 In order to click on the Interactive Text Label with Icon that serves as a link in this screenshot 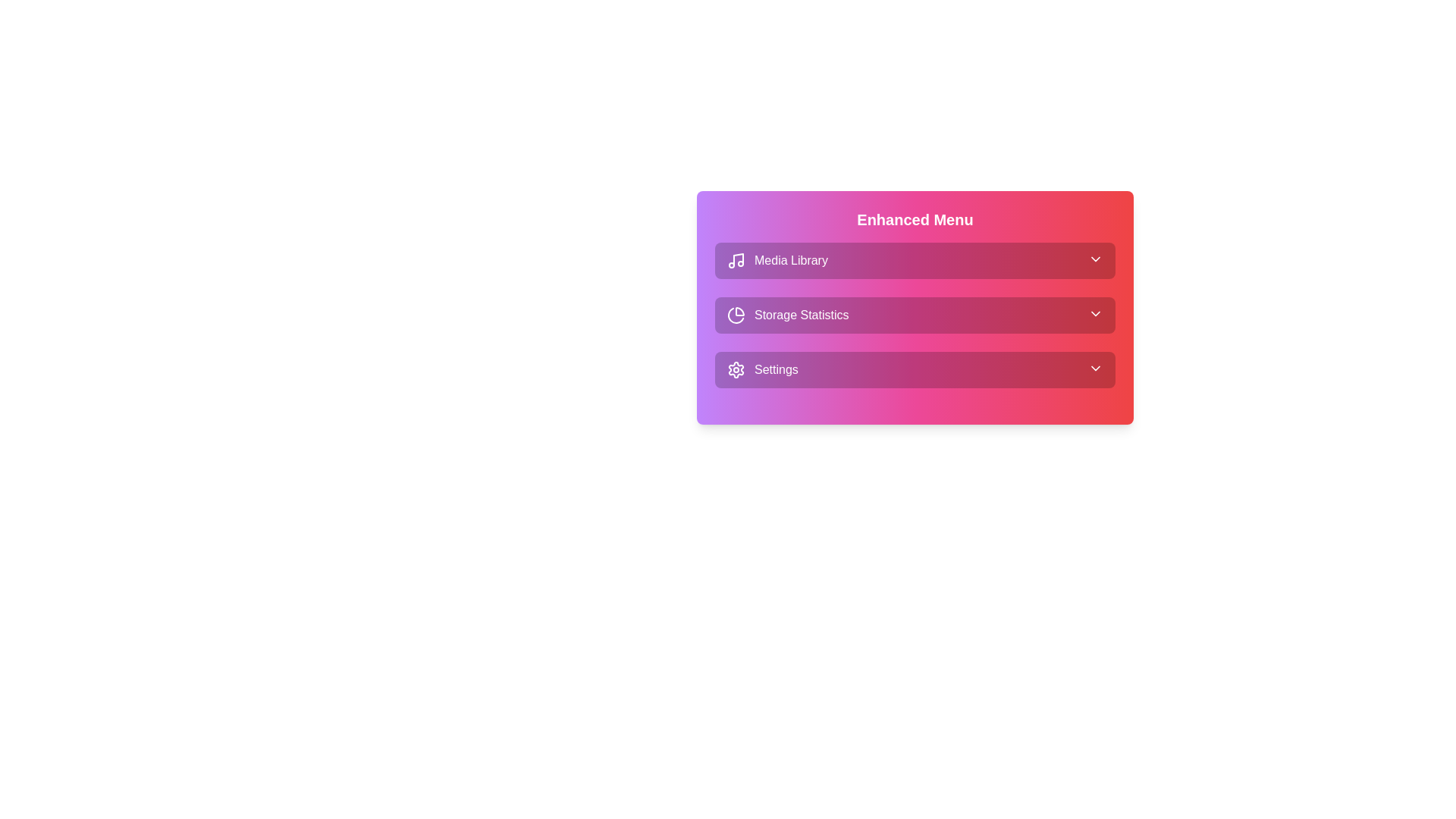, I will do `click(762, 370)`.